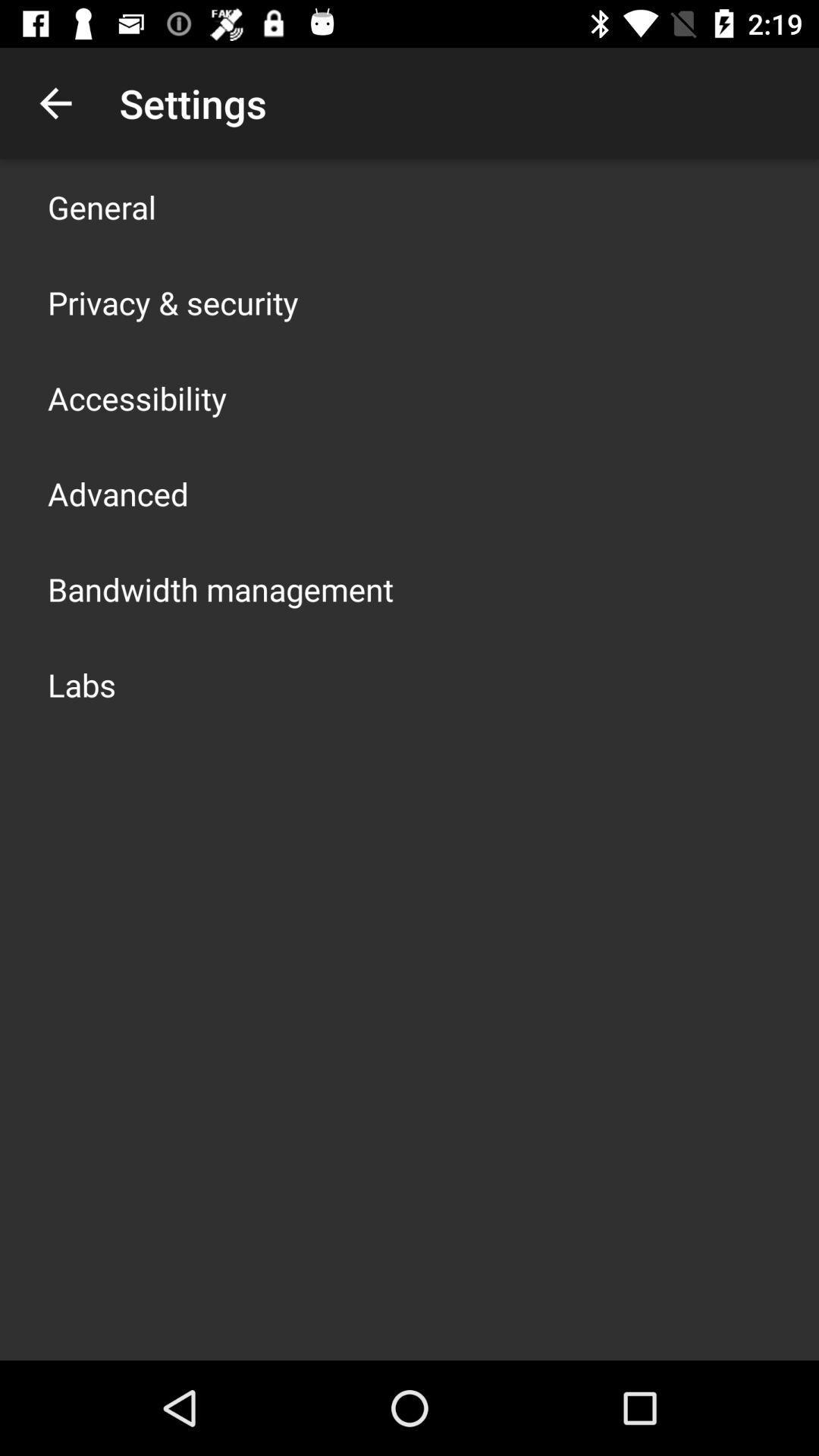 The image size is (819, 1456). I want to click on the icon below the general, so click(172, 302).